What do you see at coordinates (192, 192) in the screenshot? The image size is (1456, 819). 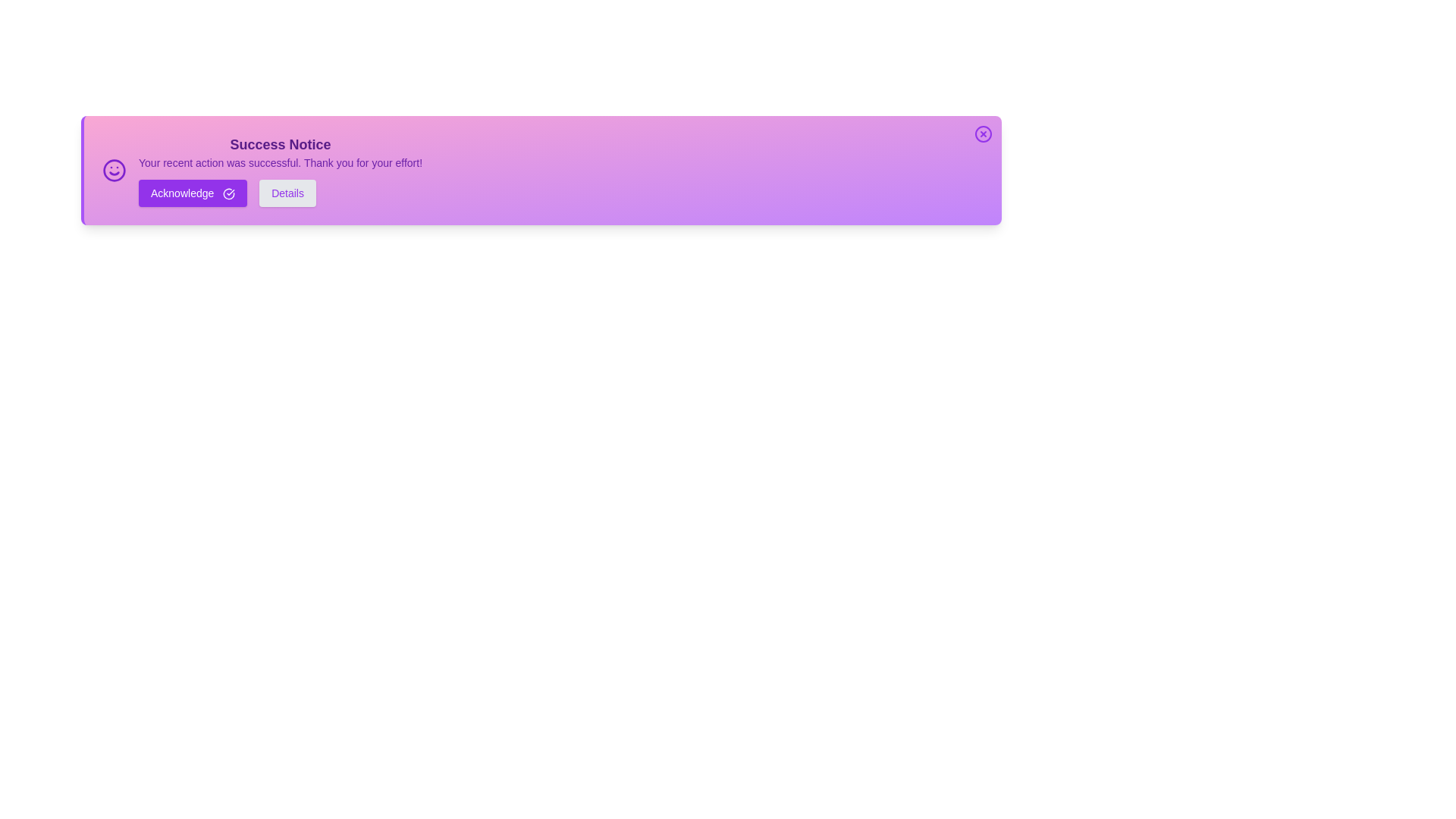 I see `the 'Acknowledge' button to acknowledge the alert` at bounding box center [192, 192].